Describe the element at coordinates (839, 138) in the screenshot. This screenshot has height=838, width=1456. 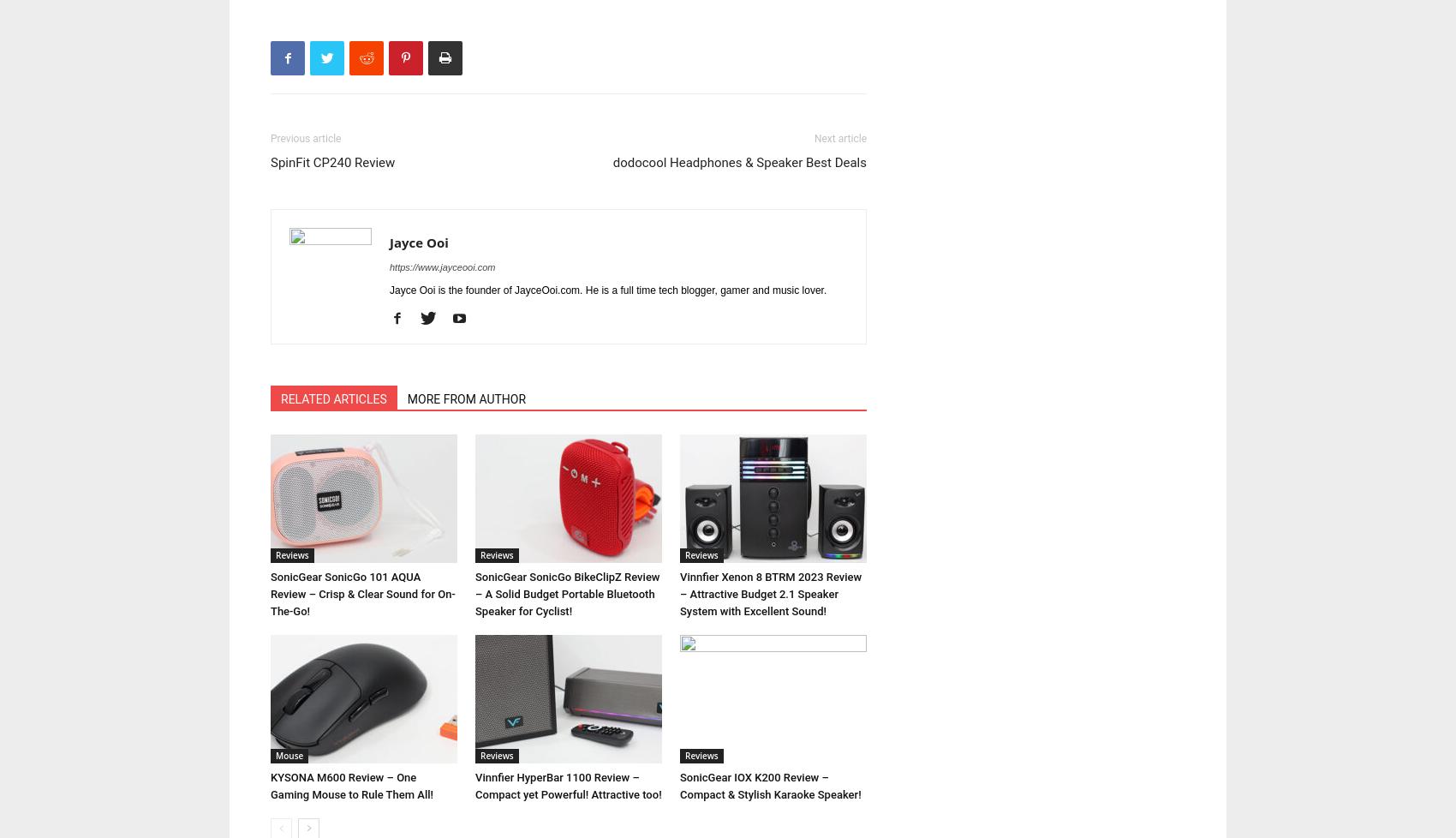
I see `'Next article'` at that location.